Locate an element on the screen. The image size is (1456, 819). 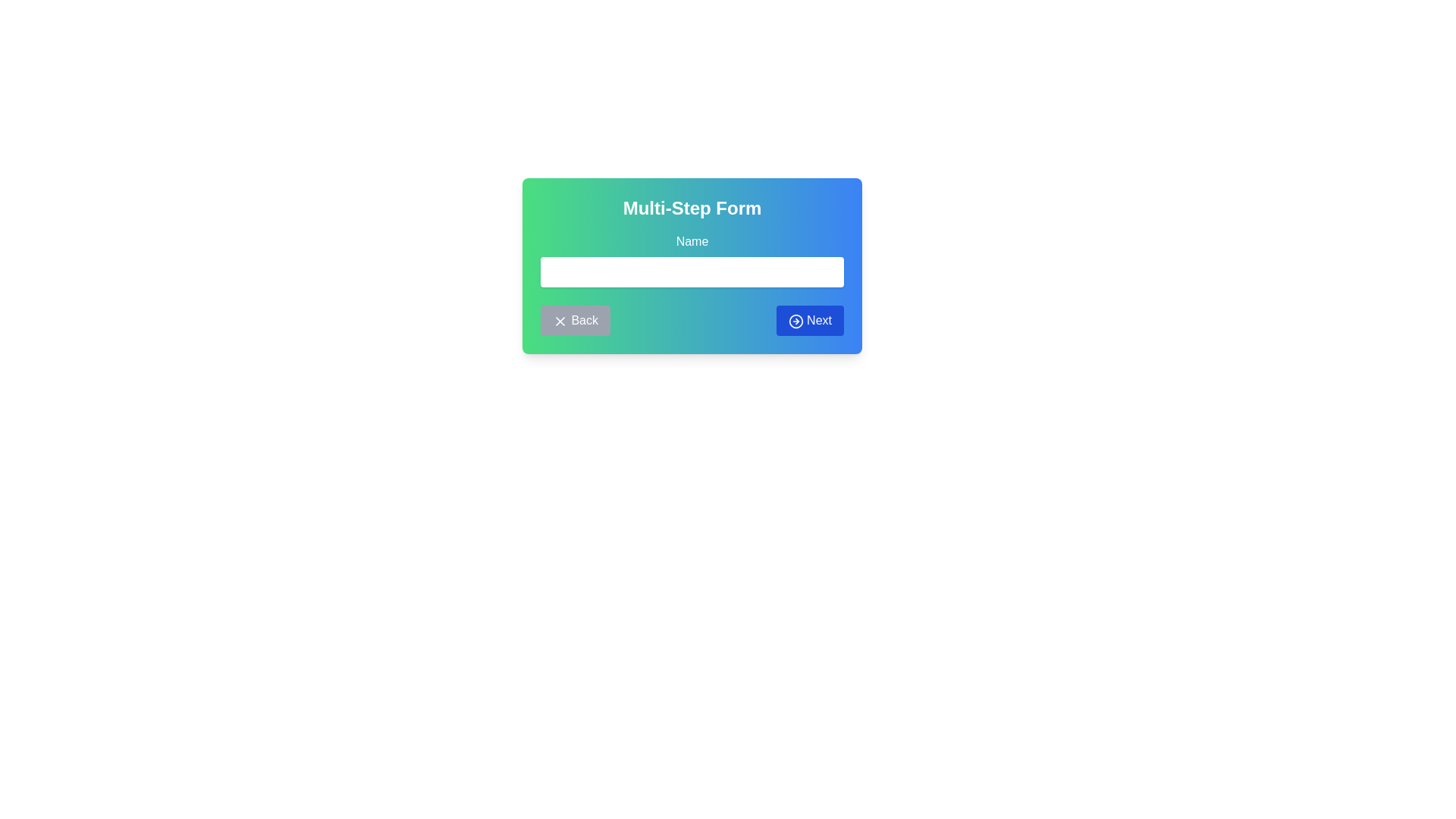
the circular icon located inside the 'Next' button at the bottom-right corner of the form-style interface is located at coordinates (795, 320).